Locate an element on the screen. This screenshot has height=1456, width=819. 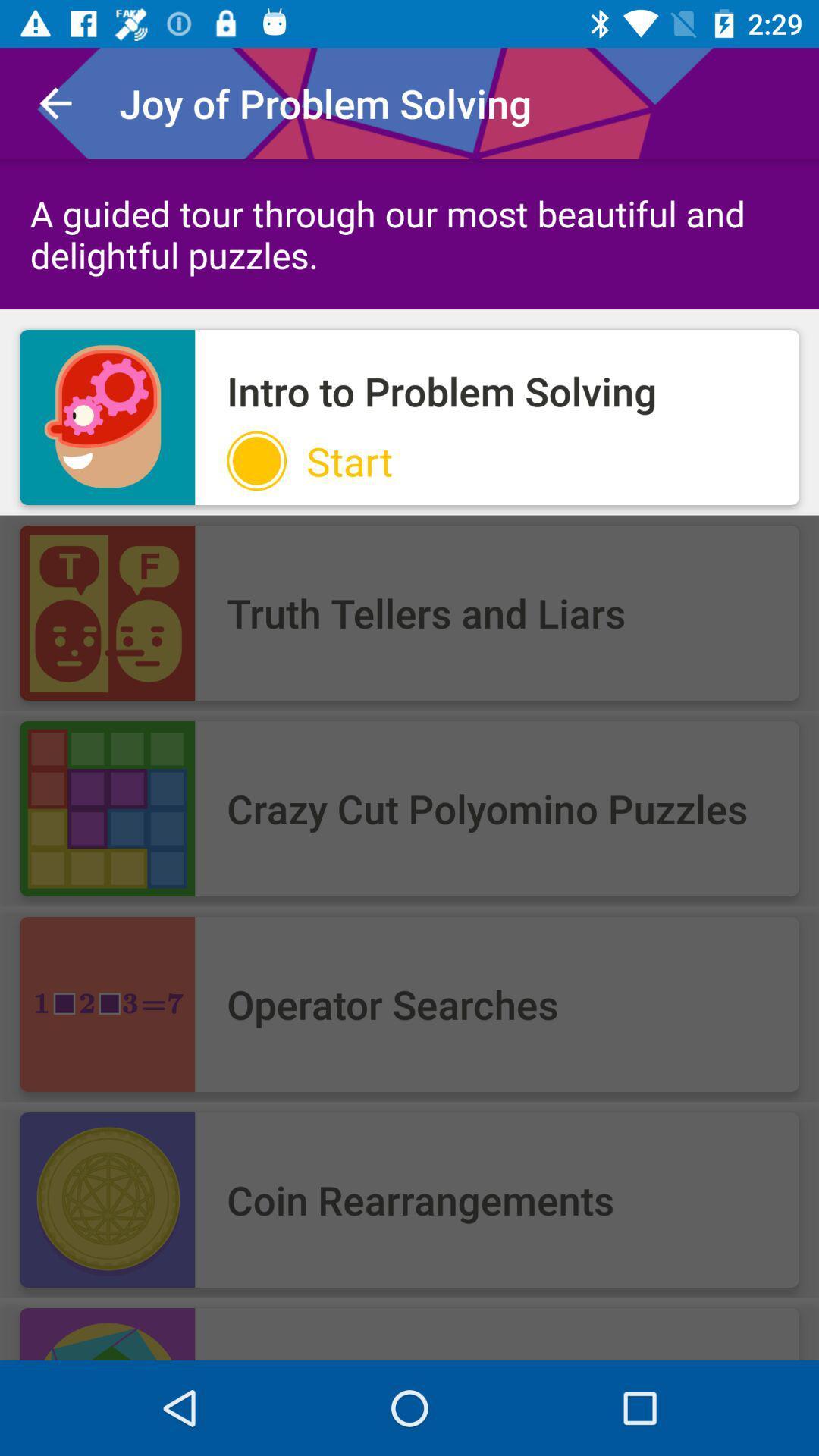
app next to joy of problem is located at coordinates (55, 102).